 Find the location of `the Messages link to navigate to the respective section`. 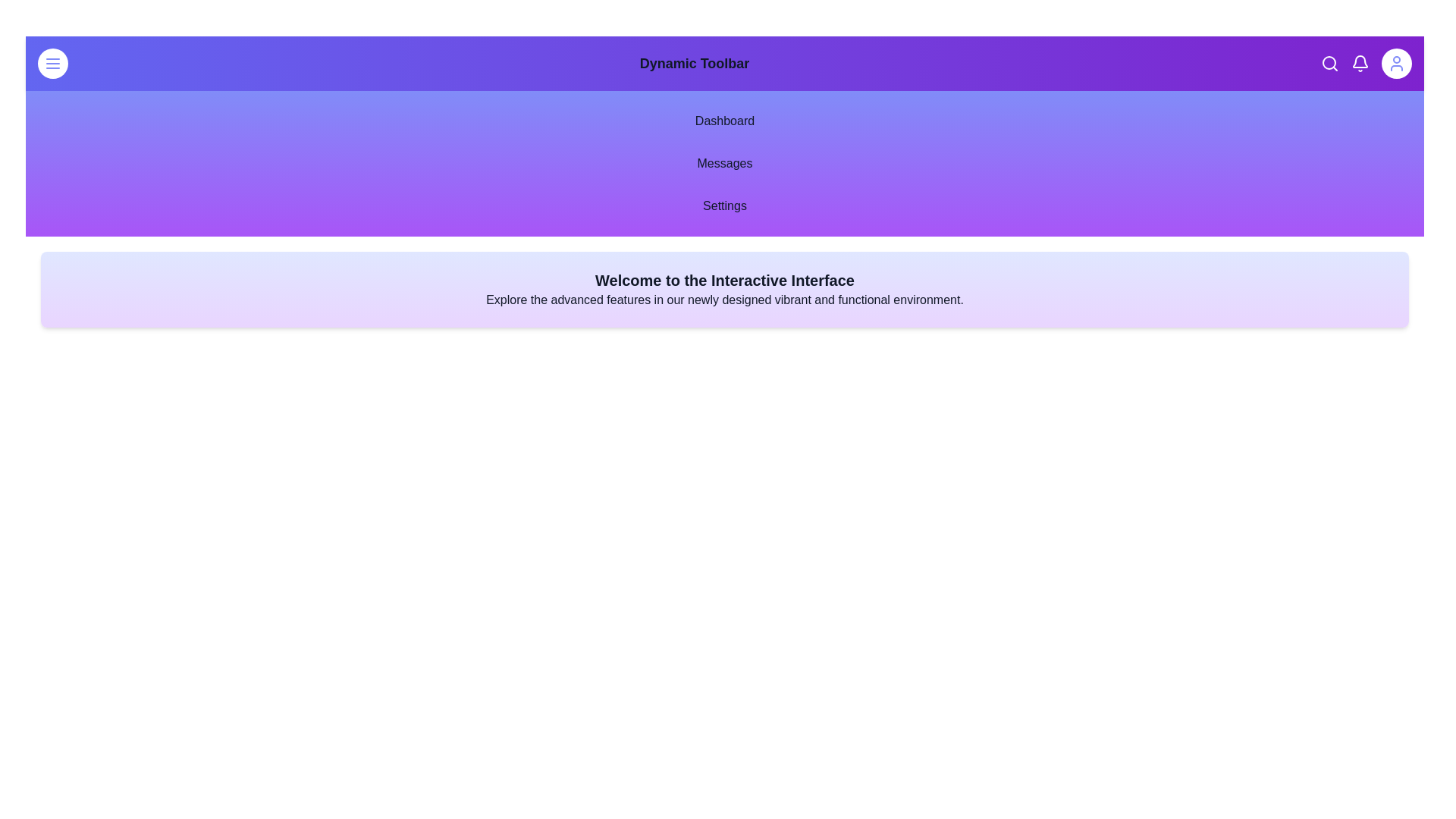

the Messages link to navigate to the respective section is located at coordinates (723, 164).